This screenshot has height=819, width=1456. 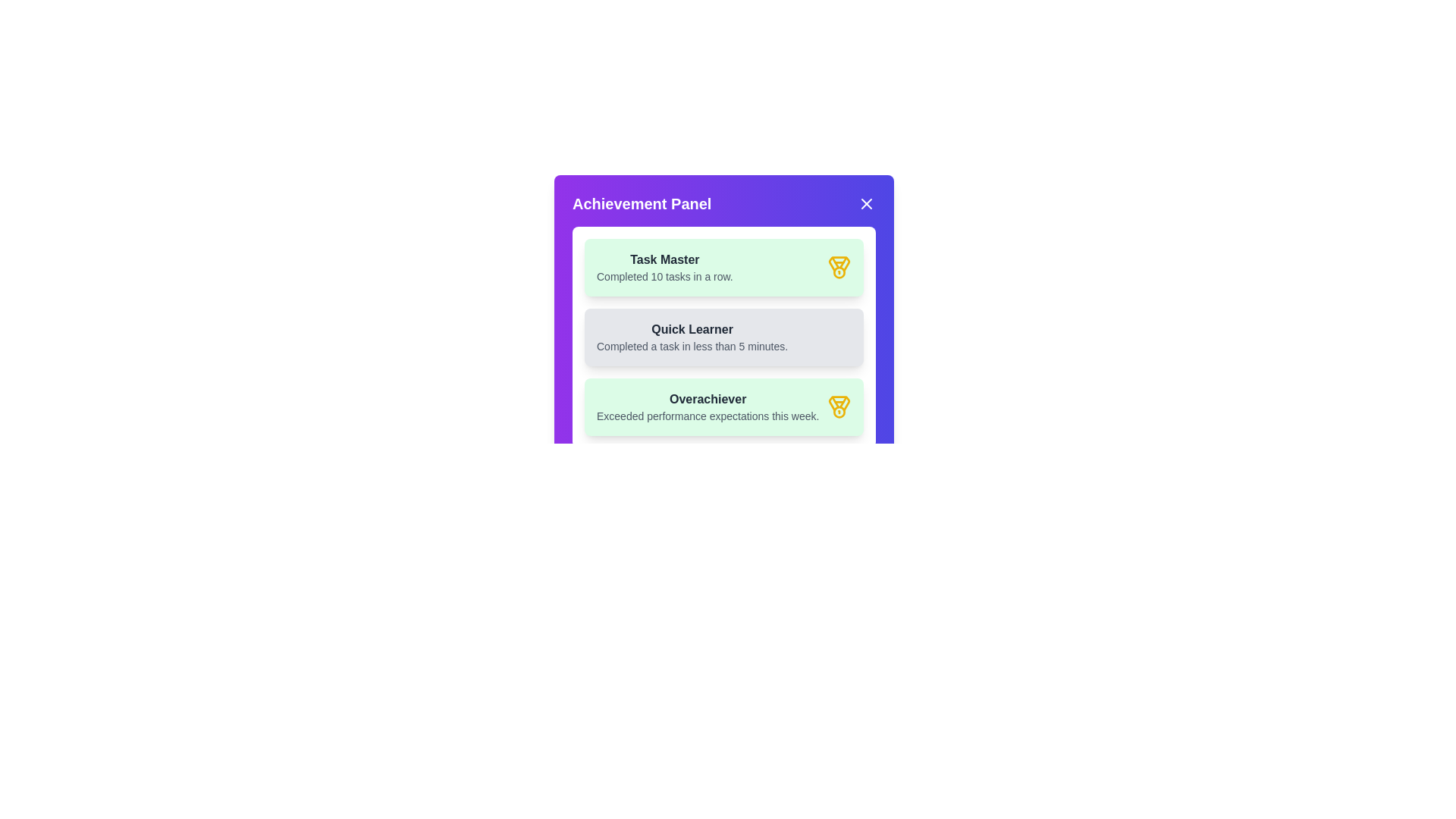 What do you see at coordinates (692, 329) in the screenshot?
I see `the header text for the achievement entry titled 'Completed a task in less than 5 minutes' within the 'Achievement Panel'` at bounding box center [692, 329].